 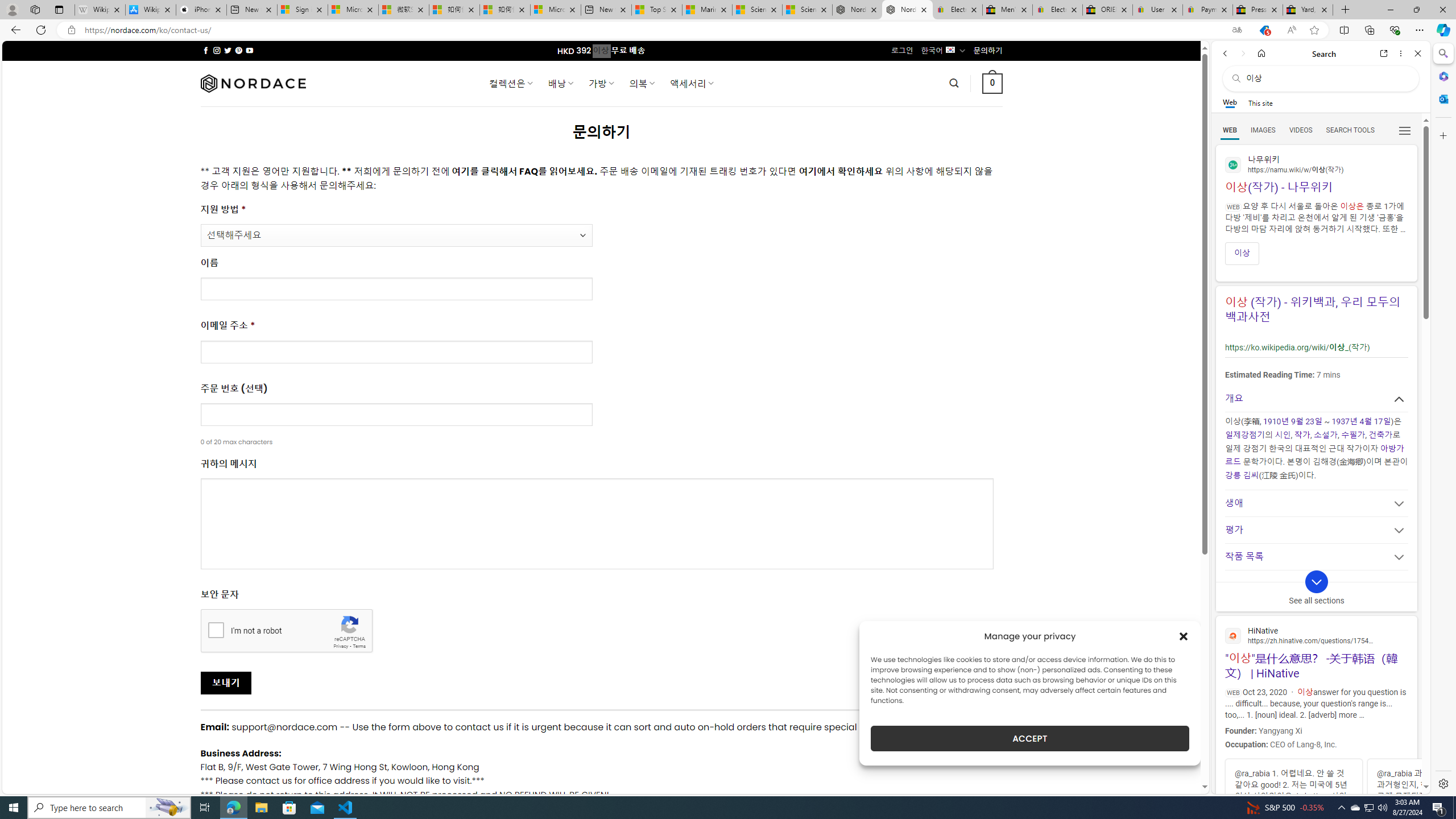 I want to click on 'Microsoft Services Agreement', so click(x=352, y=9).